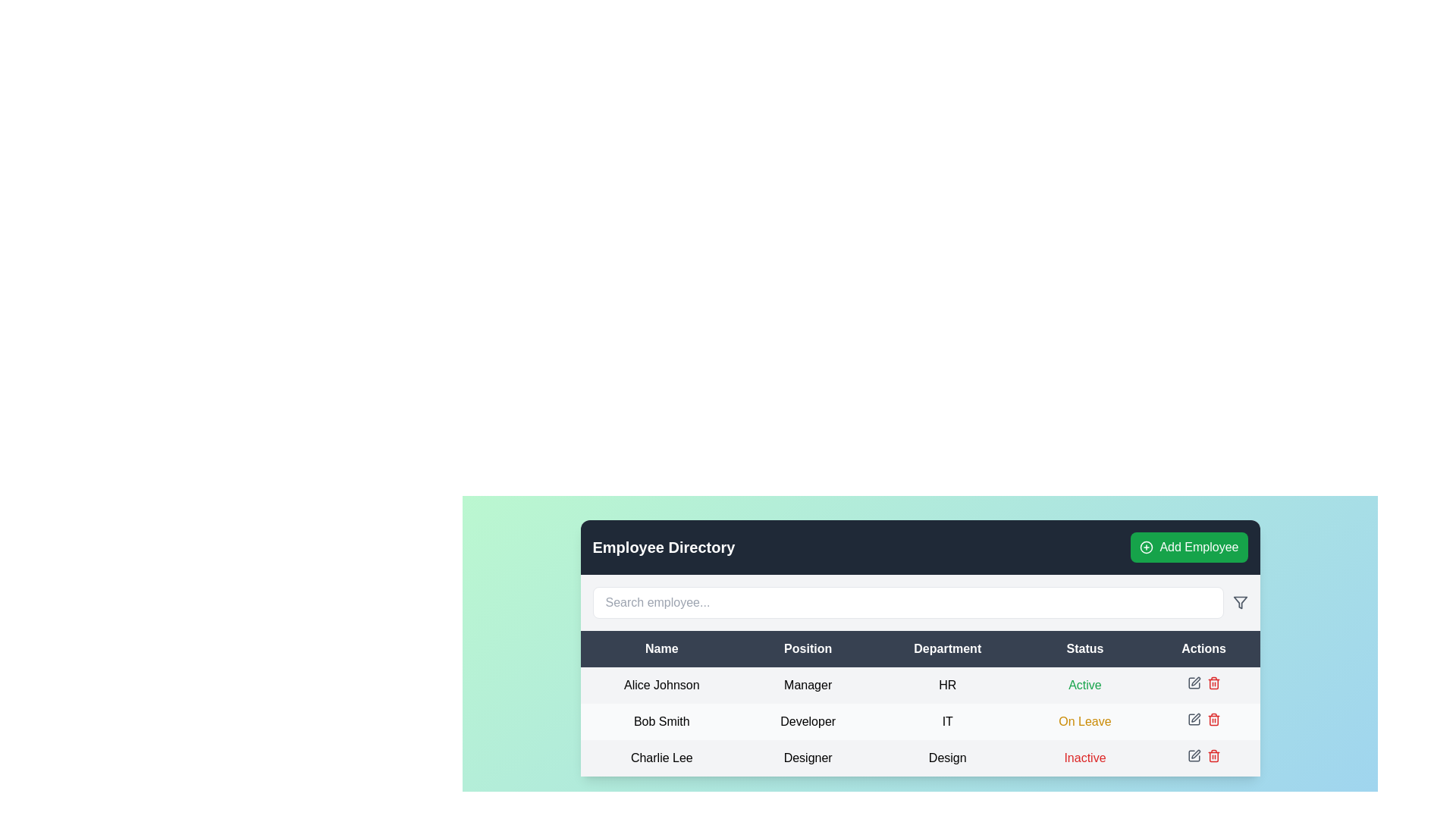  What do you see at coordinates (1084, 685) in the screenshot?
I see `the 'Active' text label in the 'Status' column for 'Alice Johnson' which is displayed in green color` at bounding box center [1084, 685].